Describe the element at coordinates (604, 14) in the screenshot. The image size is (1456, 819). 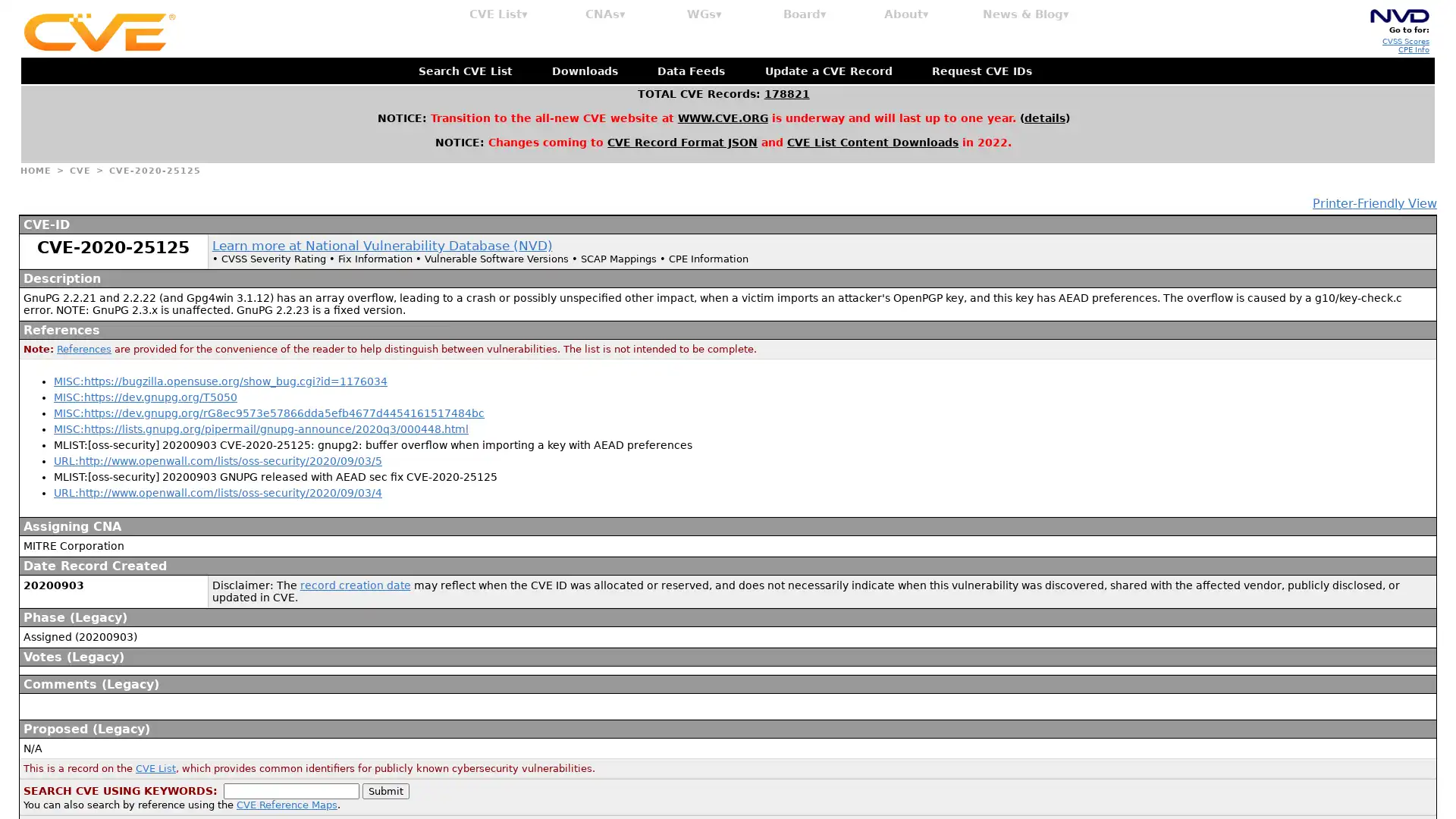
I see `CNAs` at that location.